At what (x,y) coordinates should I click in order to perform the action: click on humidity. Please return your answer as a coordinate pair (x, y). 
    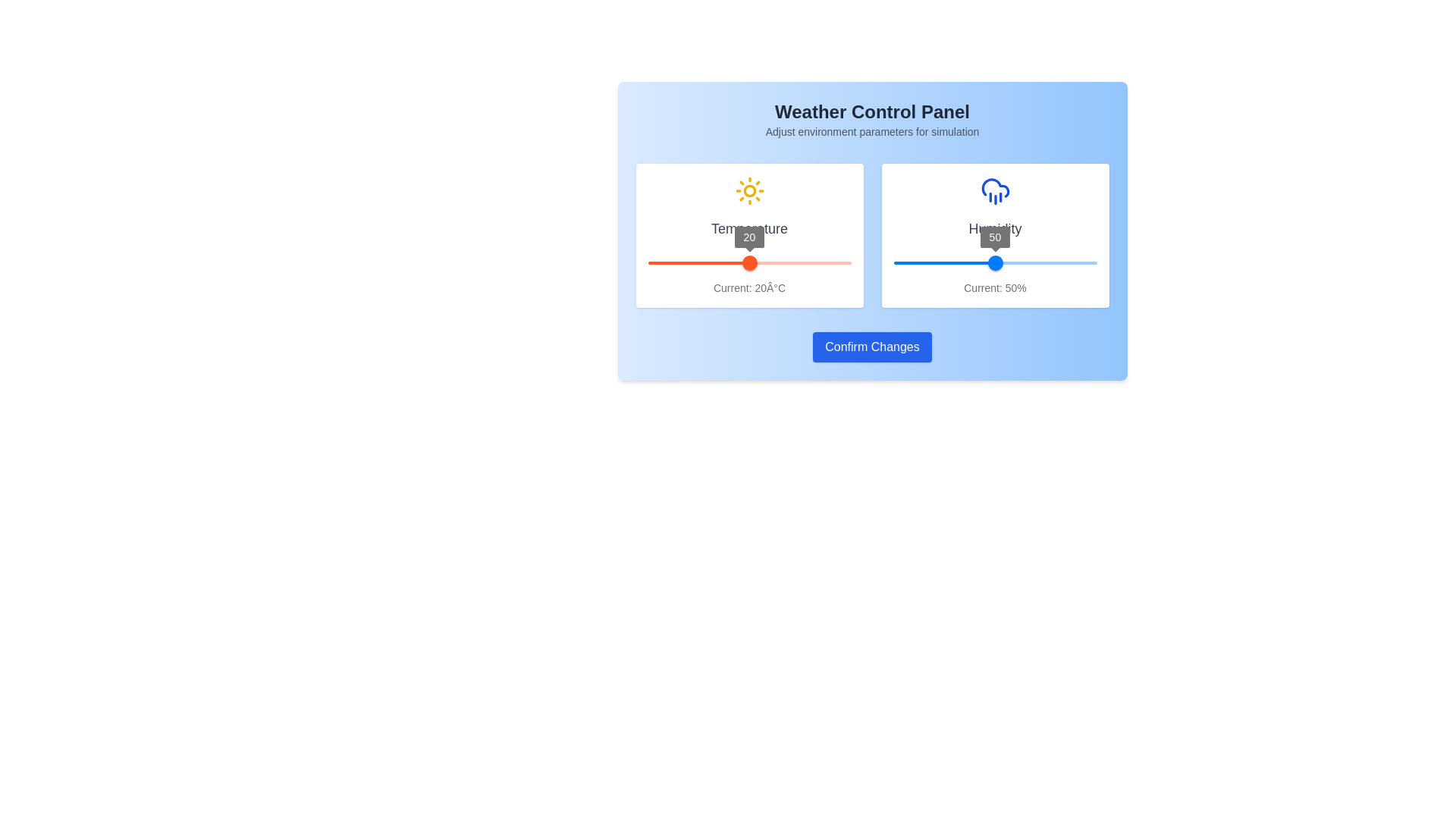
    Looking at the image, I should click on (1068, 262).